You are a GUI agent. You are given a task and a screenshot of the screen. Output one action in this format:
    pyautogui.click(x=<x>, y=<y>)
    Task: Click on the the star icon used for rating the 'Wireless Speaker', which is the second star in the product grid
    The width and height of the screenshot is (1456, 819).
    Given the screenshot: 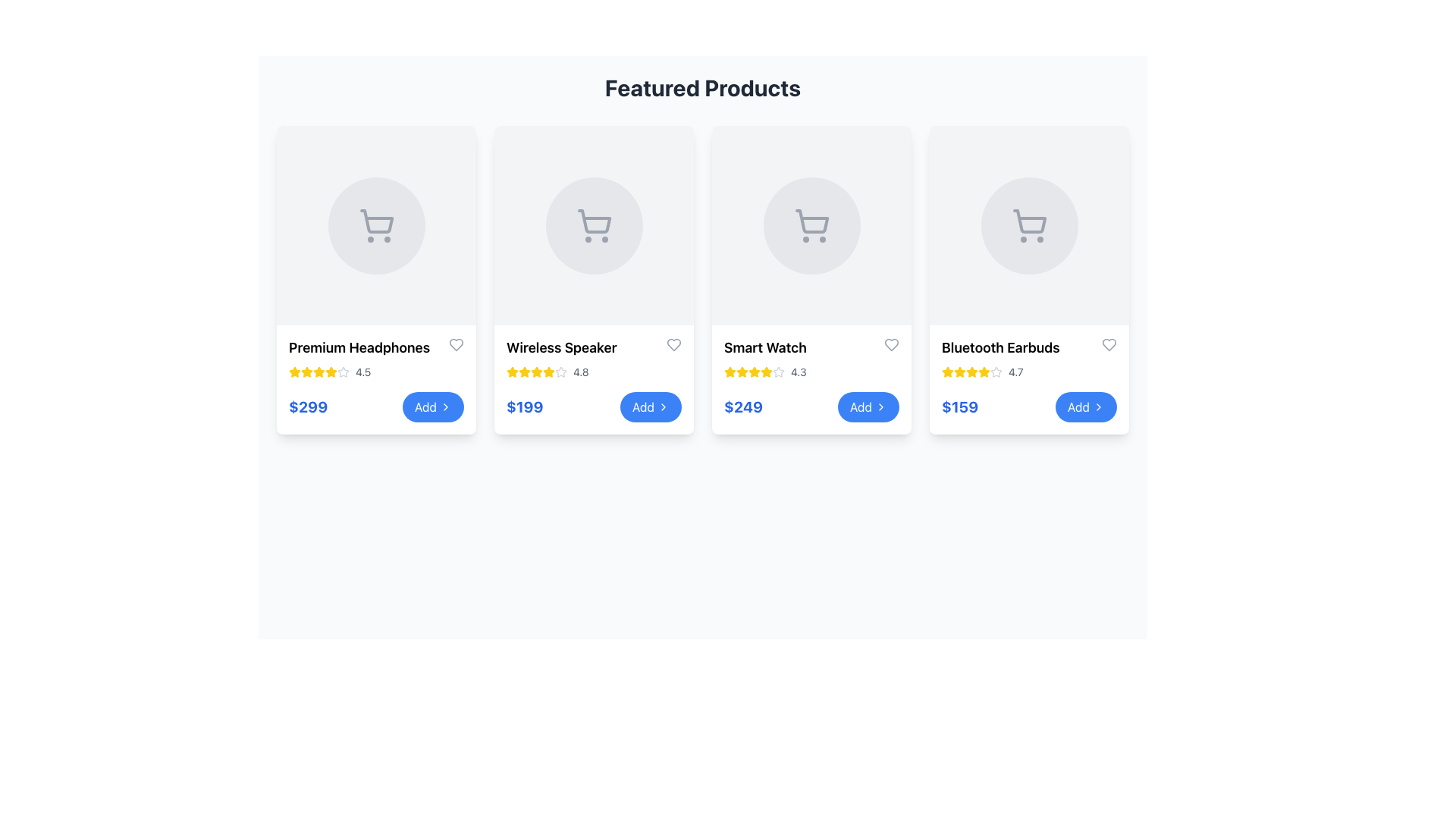 What is the action you would take?
    pyautogui.click(x=548, y=372)
    